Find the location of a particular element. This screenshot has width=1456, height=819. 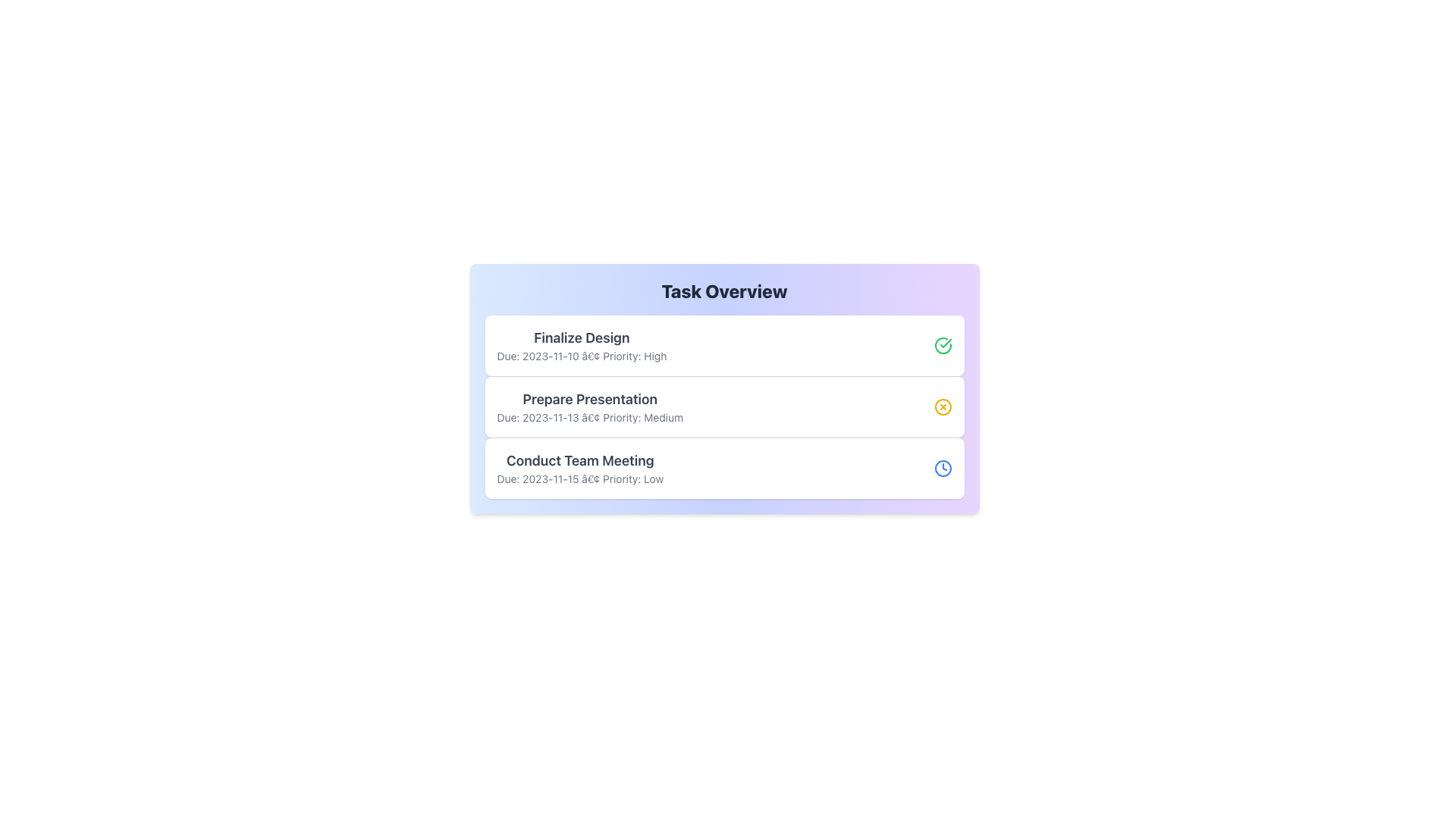

the static text label that contains the text 'Conduct Team Meeting', which is styled in bold and larger font, positioned above the due date and priority details in the task list entry is located at coordinates (579, 460).